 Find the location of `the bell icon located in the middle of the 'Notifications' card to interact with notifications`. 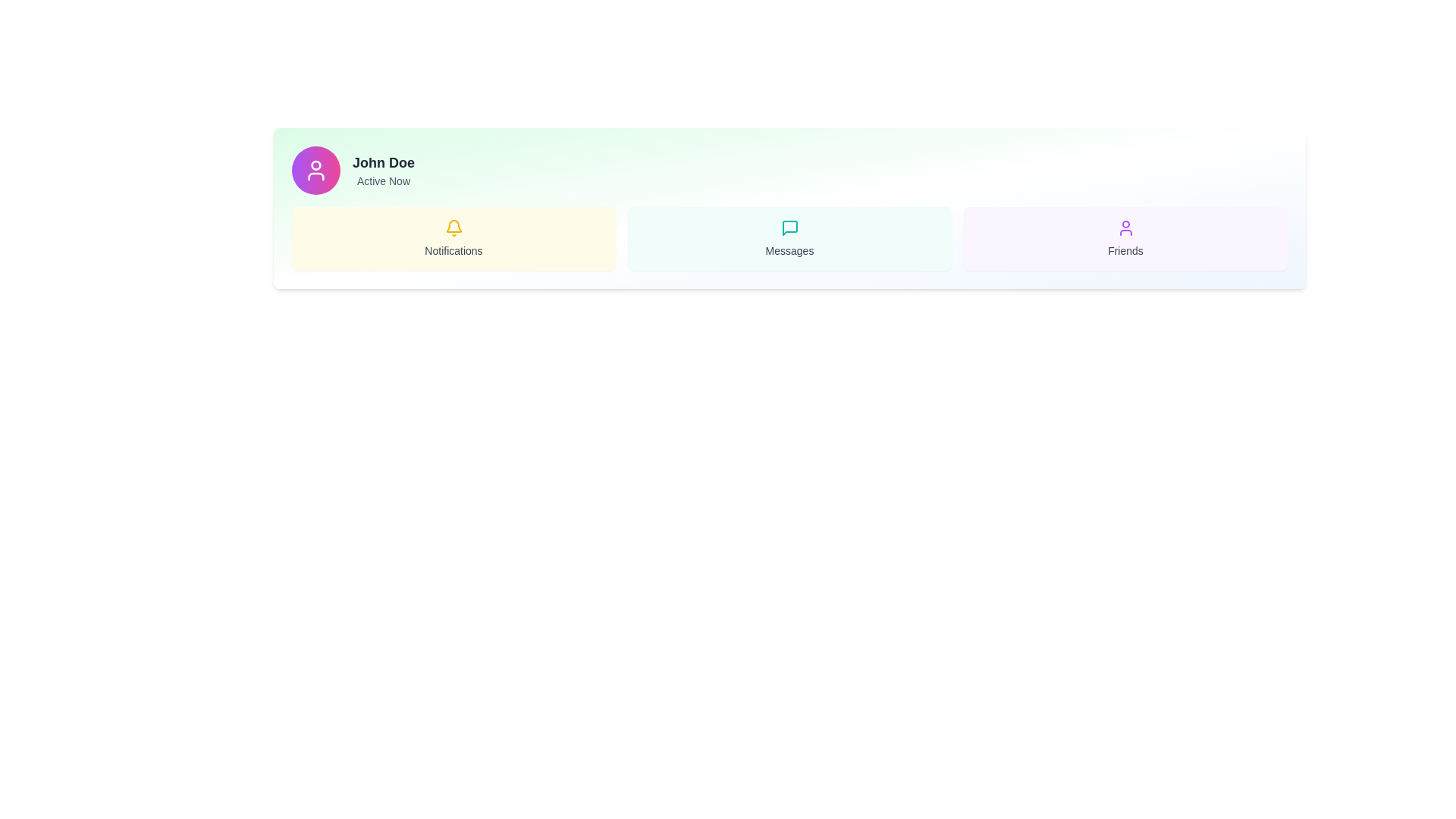

the bell icon located in the middle of the 'Notifications' card to interact with notifications is located at coordinates (453, 227).